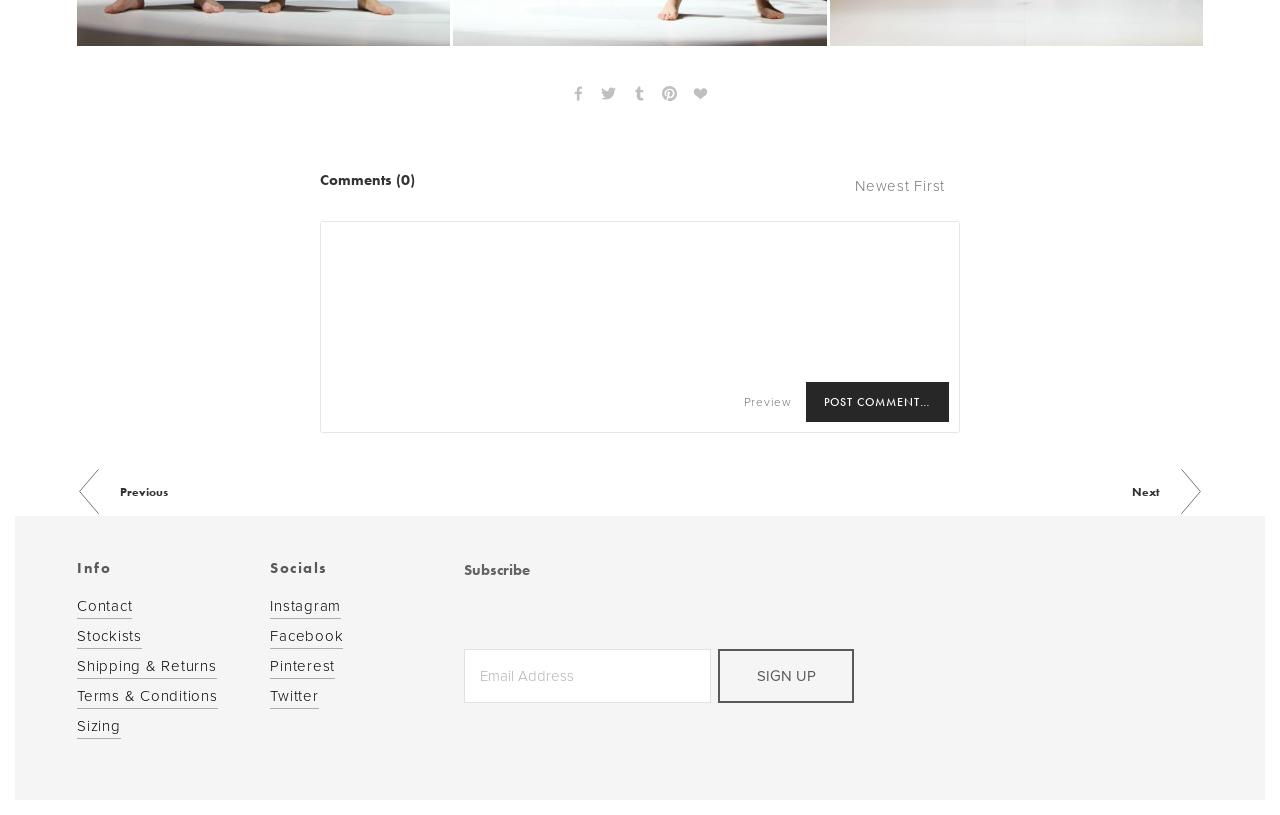 The width and height of the screenshot is (1280, 815). Describe the element at coordinates (97, 725) in the screenshot. I see `'Sizing'` at that location.